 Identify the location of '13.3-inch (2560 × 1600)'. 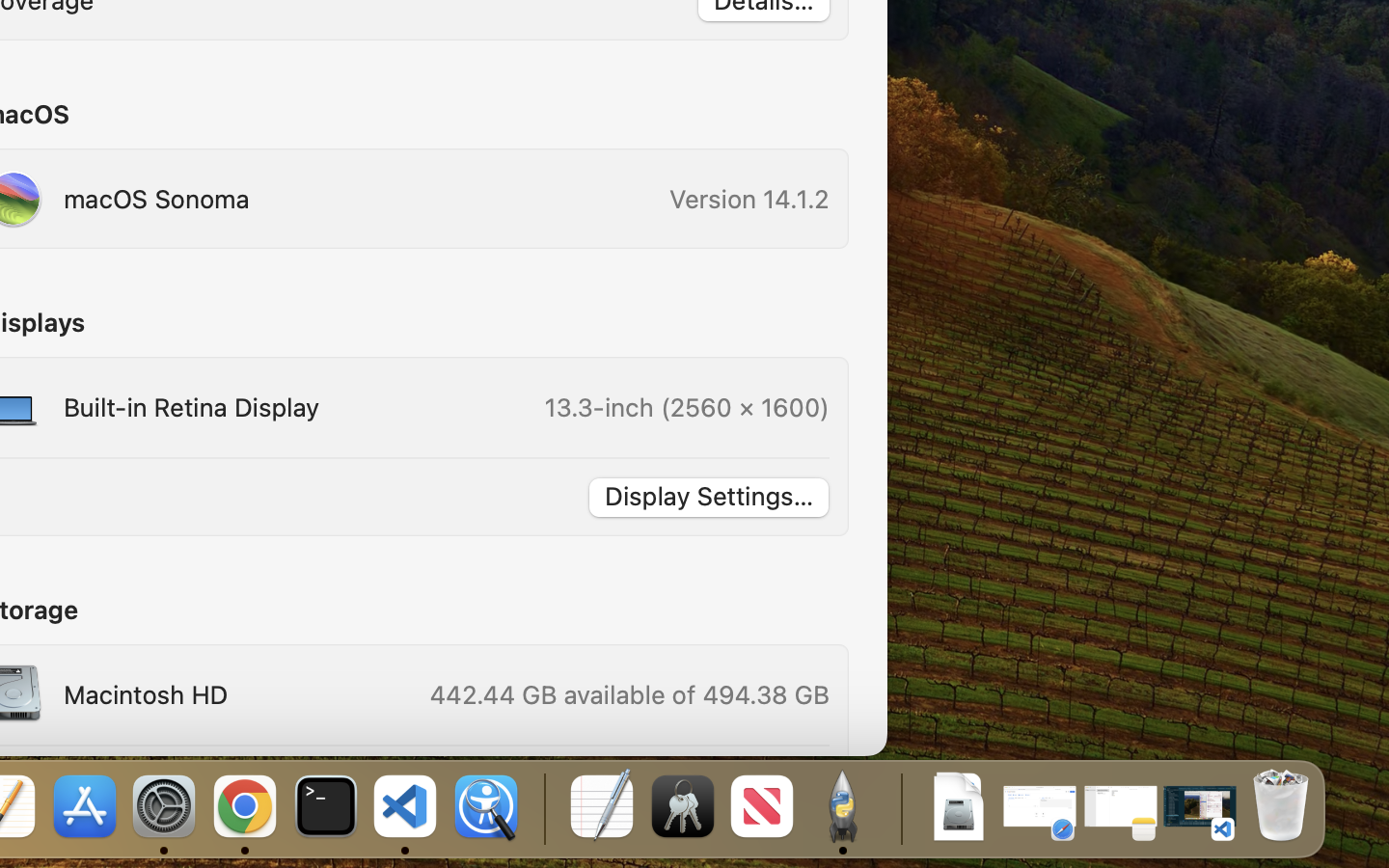
(686, 407).